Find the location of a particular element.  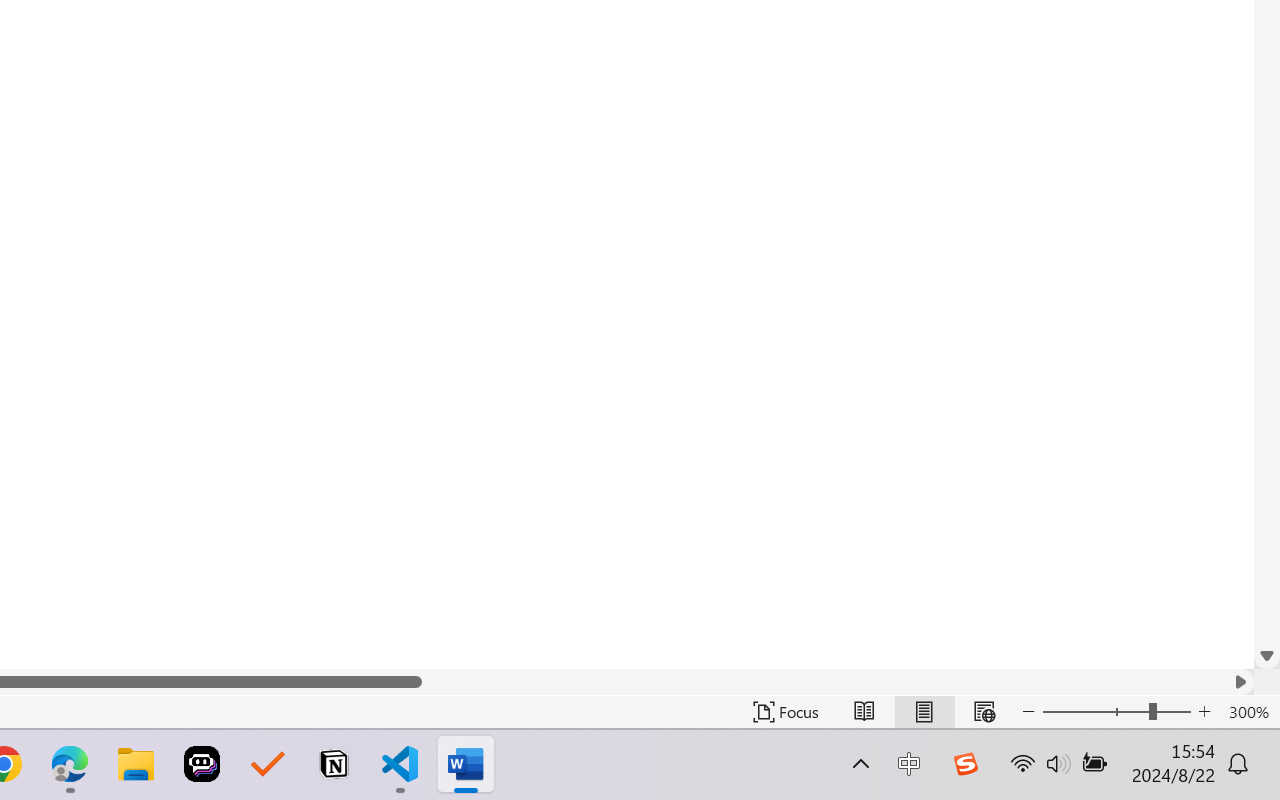

'Print Layout' is located at coordinates (923, 711).